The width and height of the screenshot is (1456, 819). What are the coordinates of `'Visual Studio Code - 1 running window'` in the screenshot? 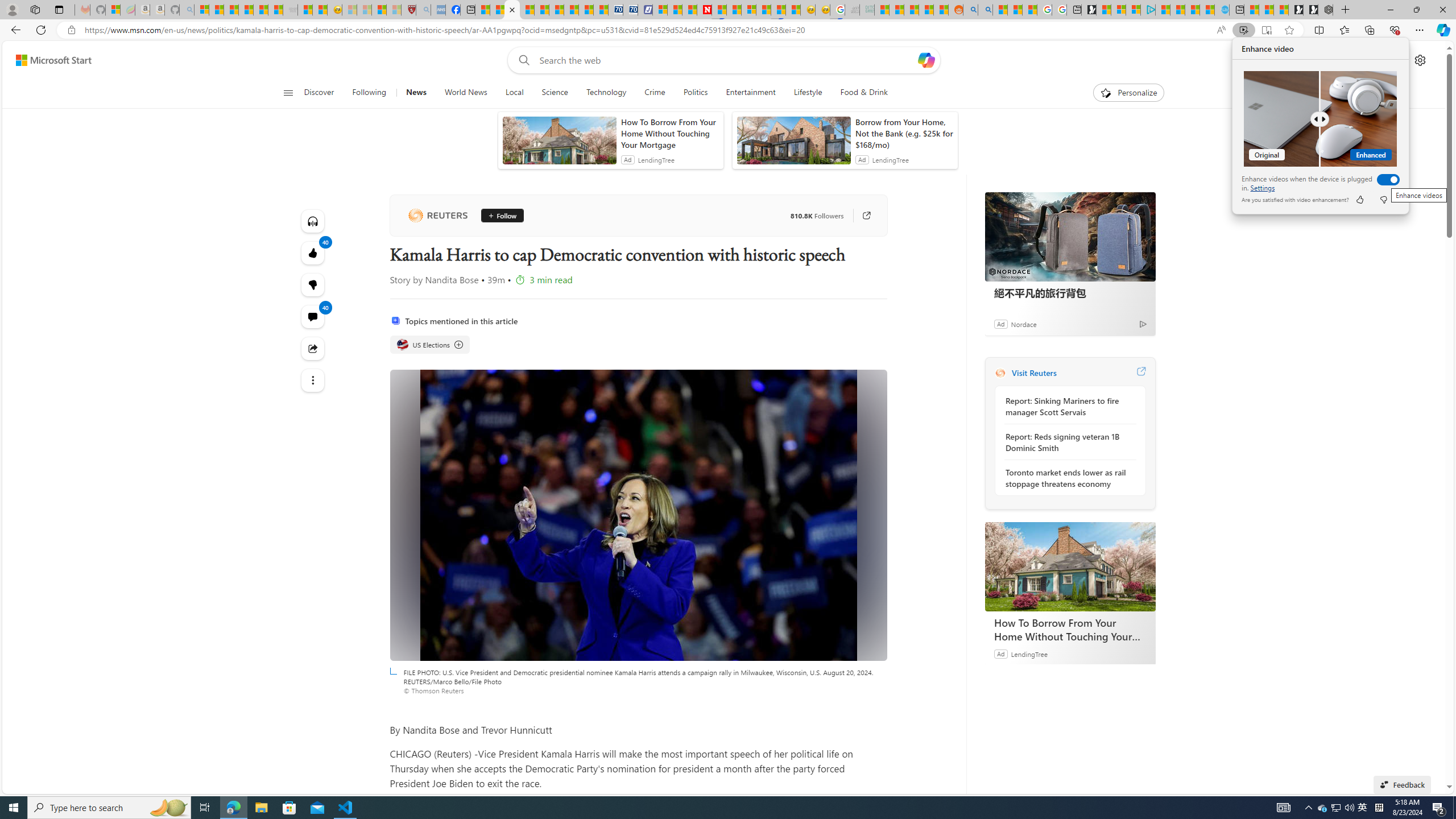 It's located at (345, 806).